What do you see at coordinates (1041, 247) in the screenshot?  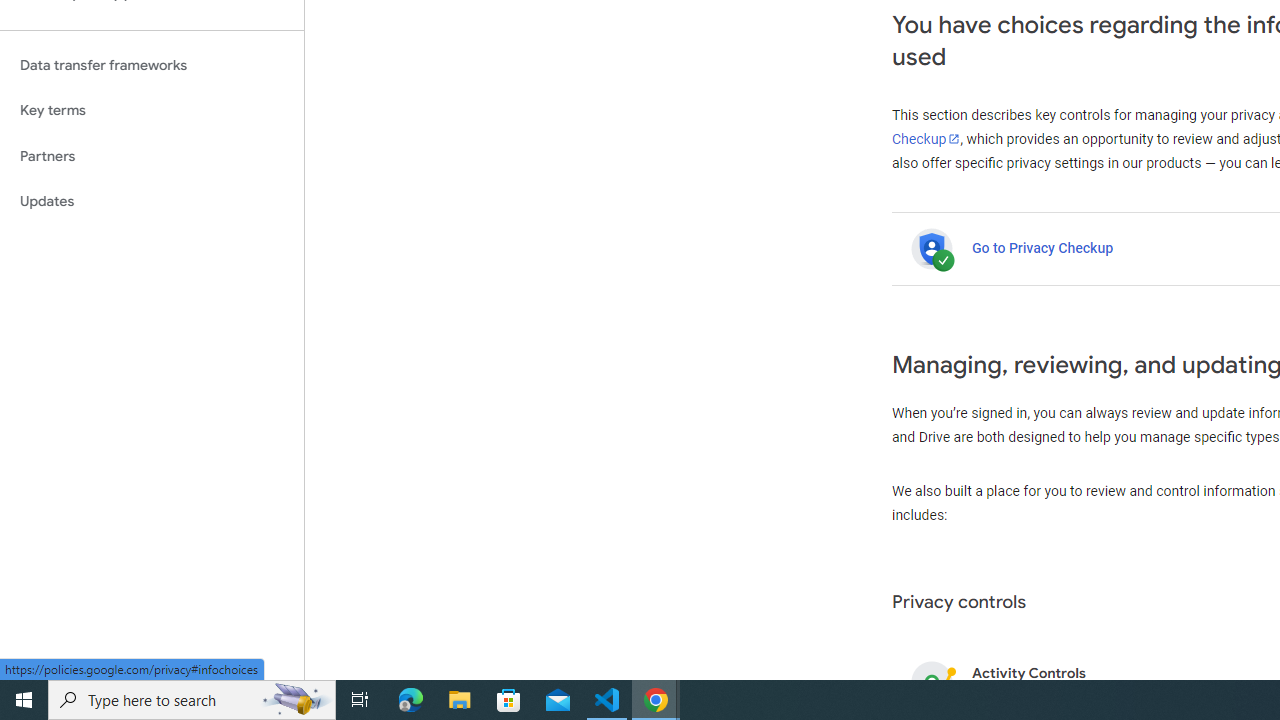 I see `'Go to Privacy Checkup'` at bounding box center [1041, 247].